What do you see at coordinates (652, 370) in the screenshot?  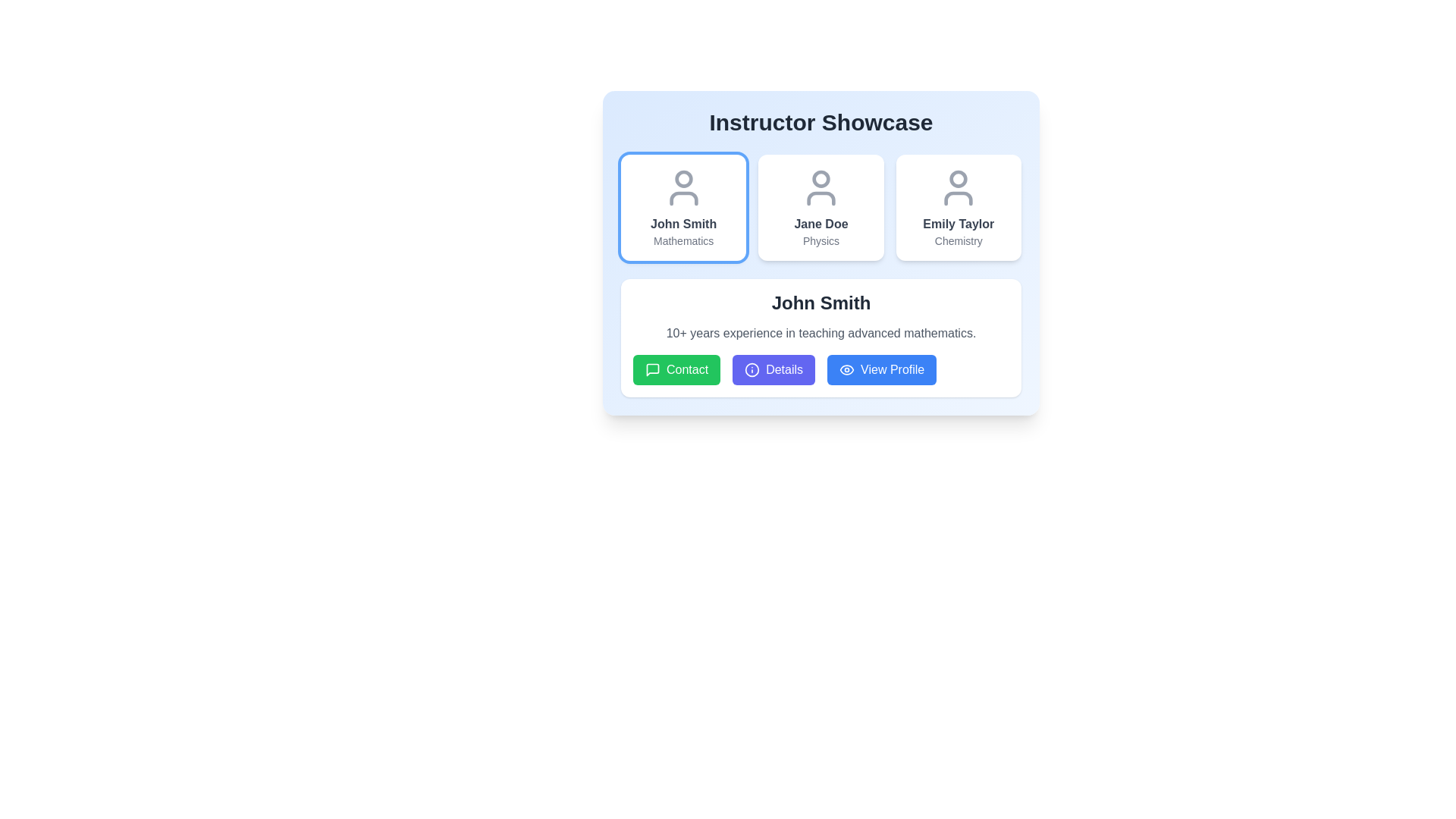 I see `the speech bubble icon on the left side of the green 'Contact' button, which is the first button in a row of three buttons below the profile information for 'John Smith'` at bounding box center [652, 370].